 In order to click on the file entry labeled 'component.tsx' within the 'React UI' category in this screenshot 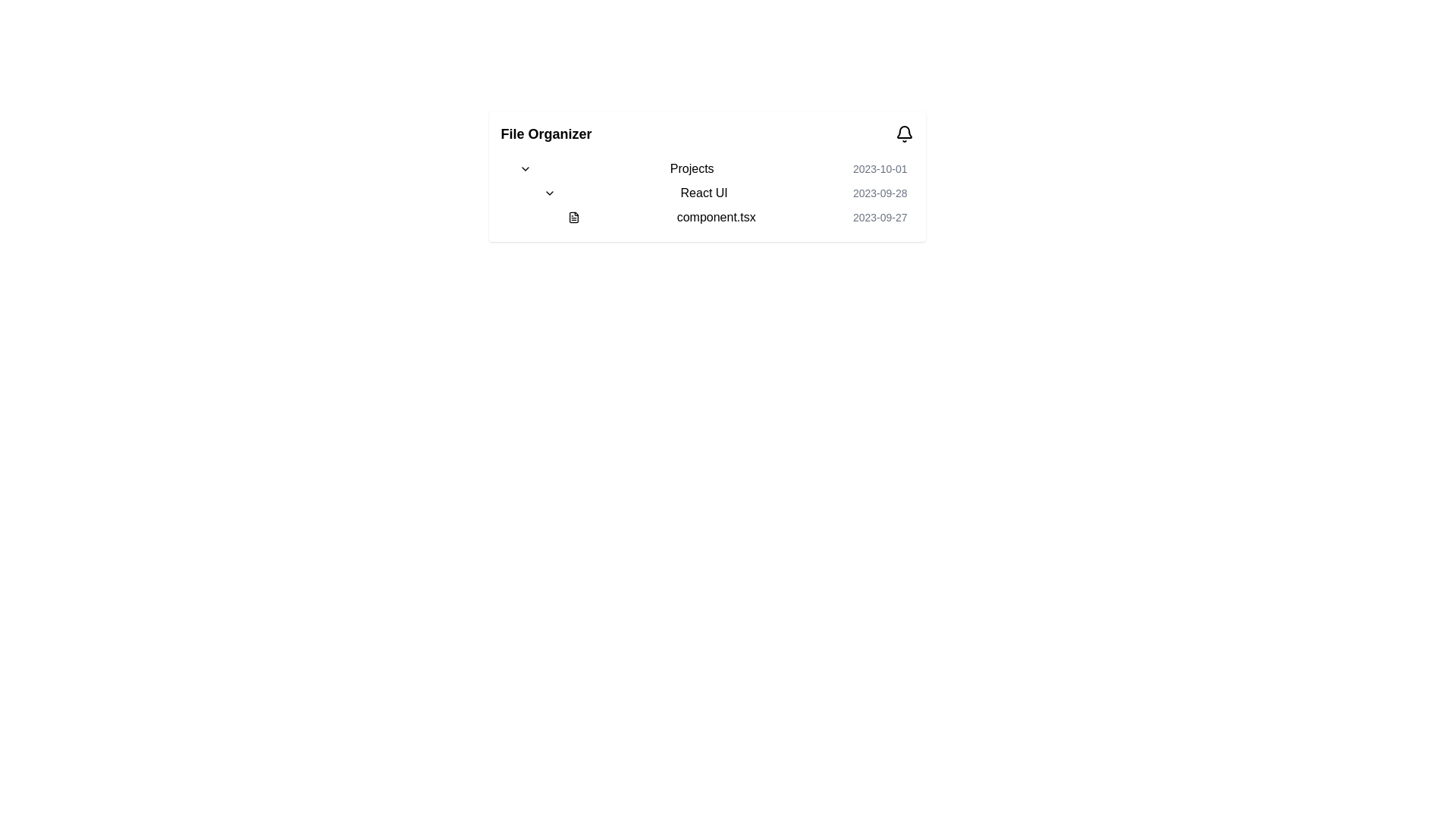, I will do `click(724, 205)`.